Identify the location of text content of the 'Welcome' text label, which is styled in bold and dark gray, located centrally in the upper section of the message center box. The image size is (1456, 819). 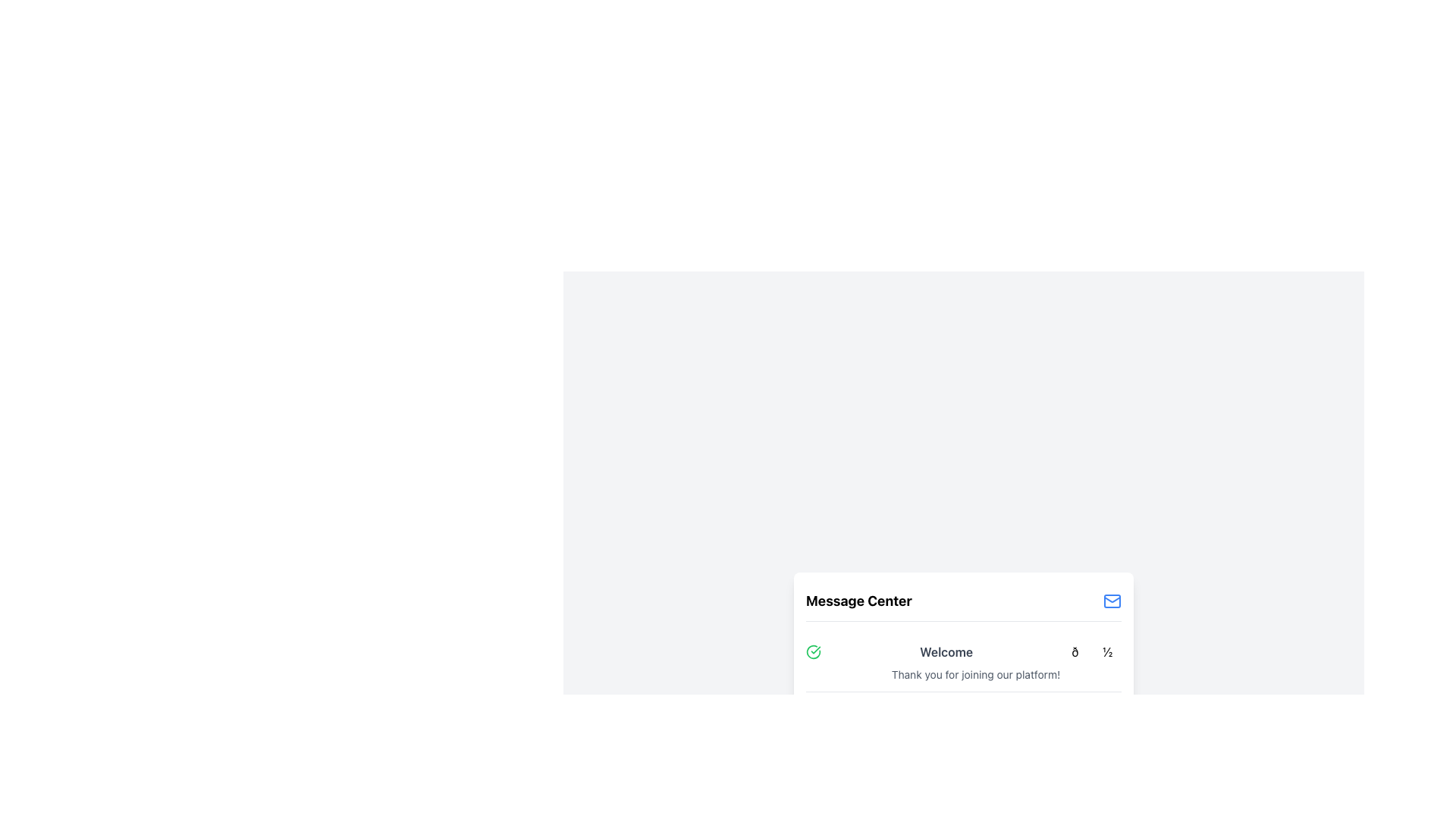
(946, 651).